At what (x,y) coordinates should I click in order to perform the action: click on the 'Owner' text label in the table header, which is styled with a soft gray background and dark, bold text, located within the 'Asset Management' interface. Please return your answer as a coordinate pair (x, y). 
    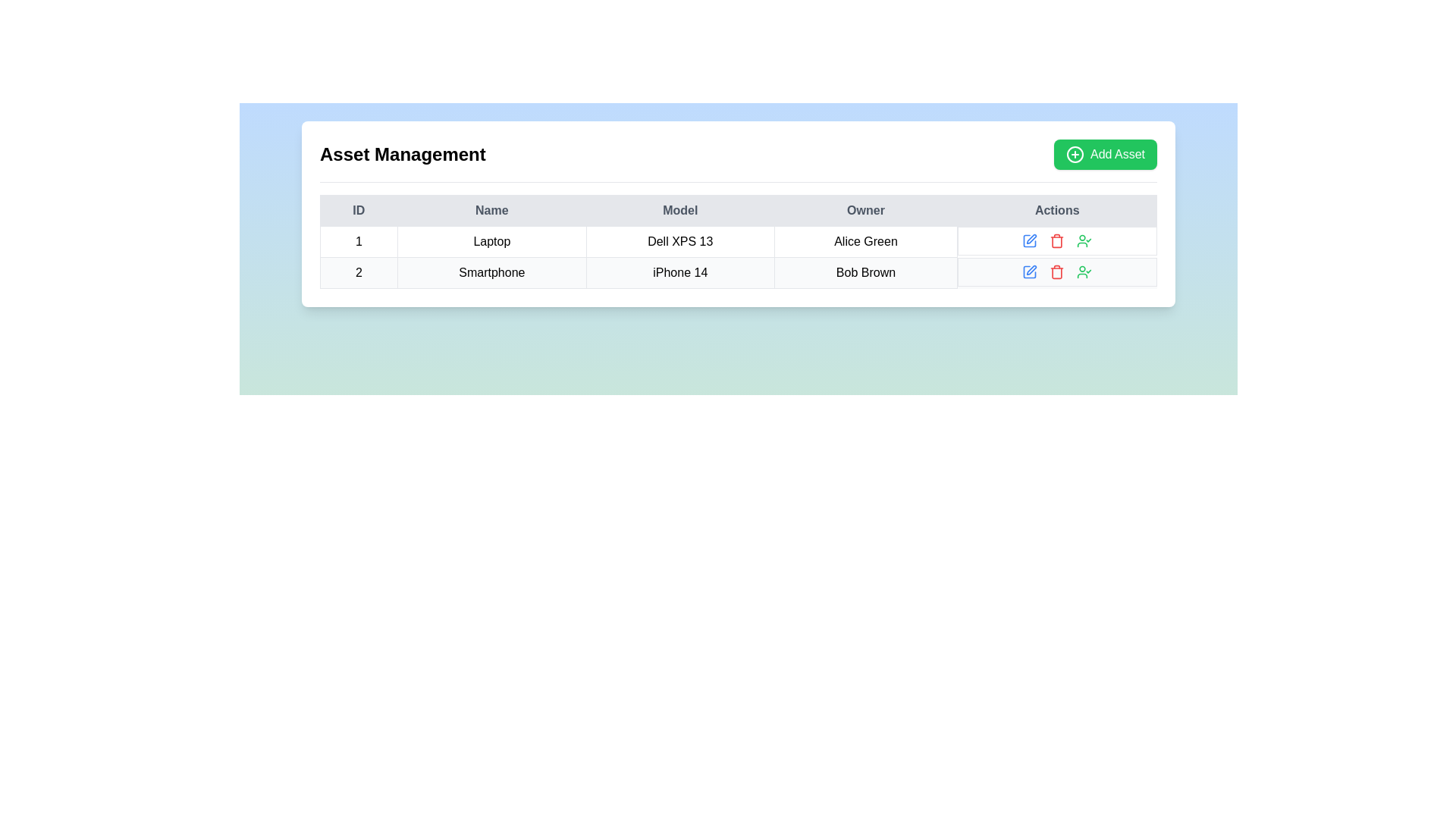
    Looking at the image, I should click on (866, 210).